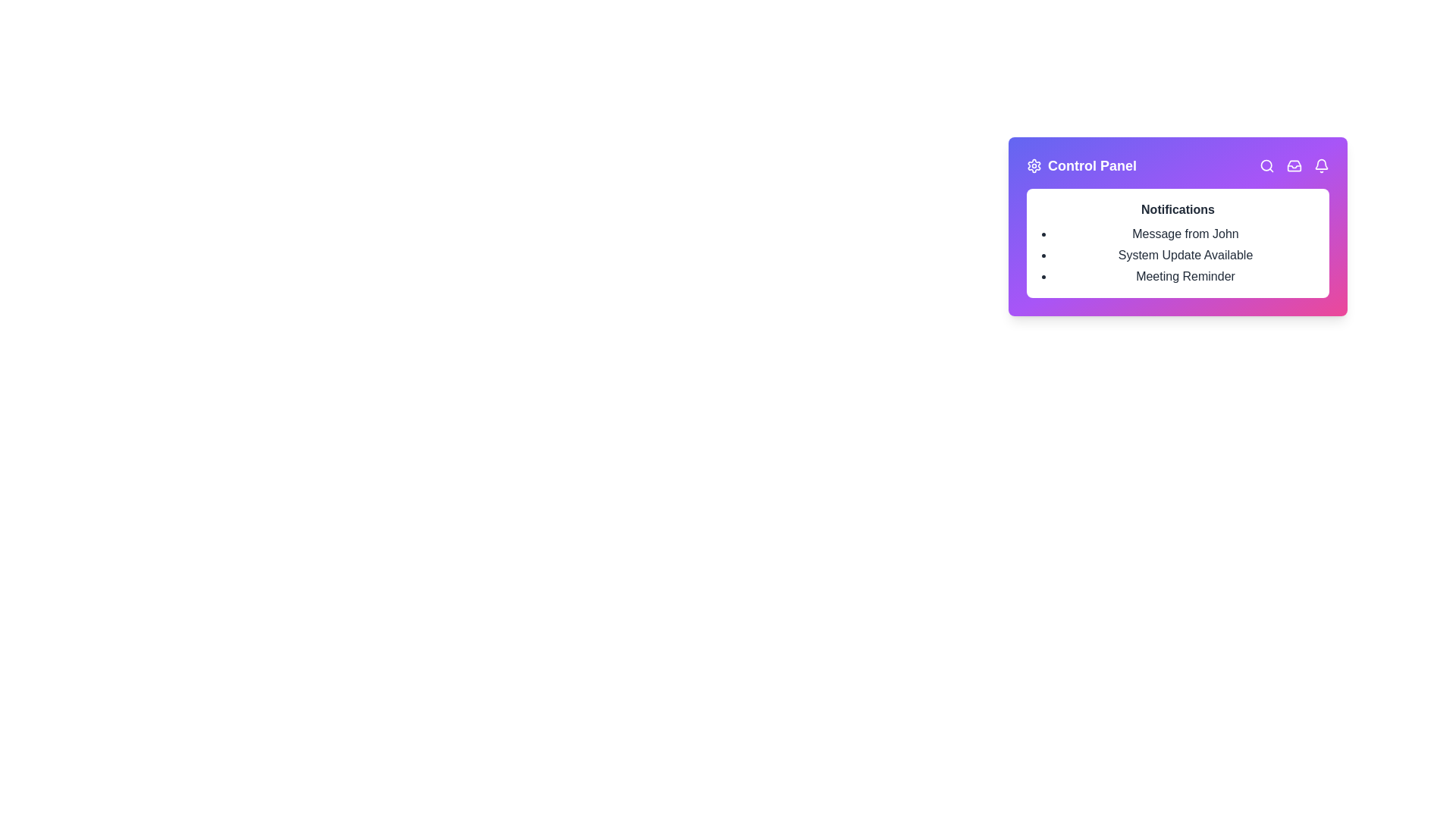 The image size is (1456, 819). Describe the element at coordinates (1294, 166) in the screenshot. I see `the inbox icon to open the inbox view` at that location.